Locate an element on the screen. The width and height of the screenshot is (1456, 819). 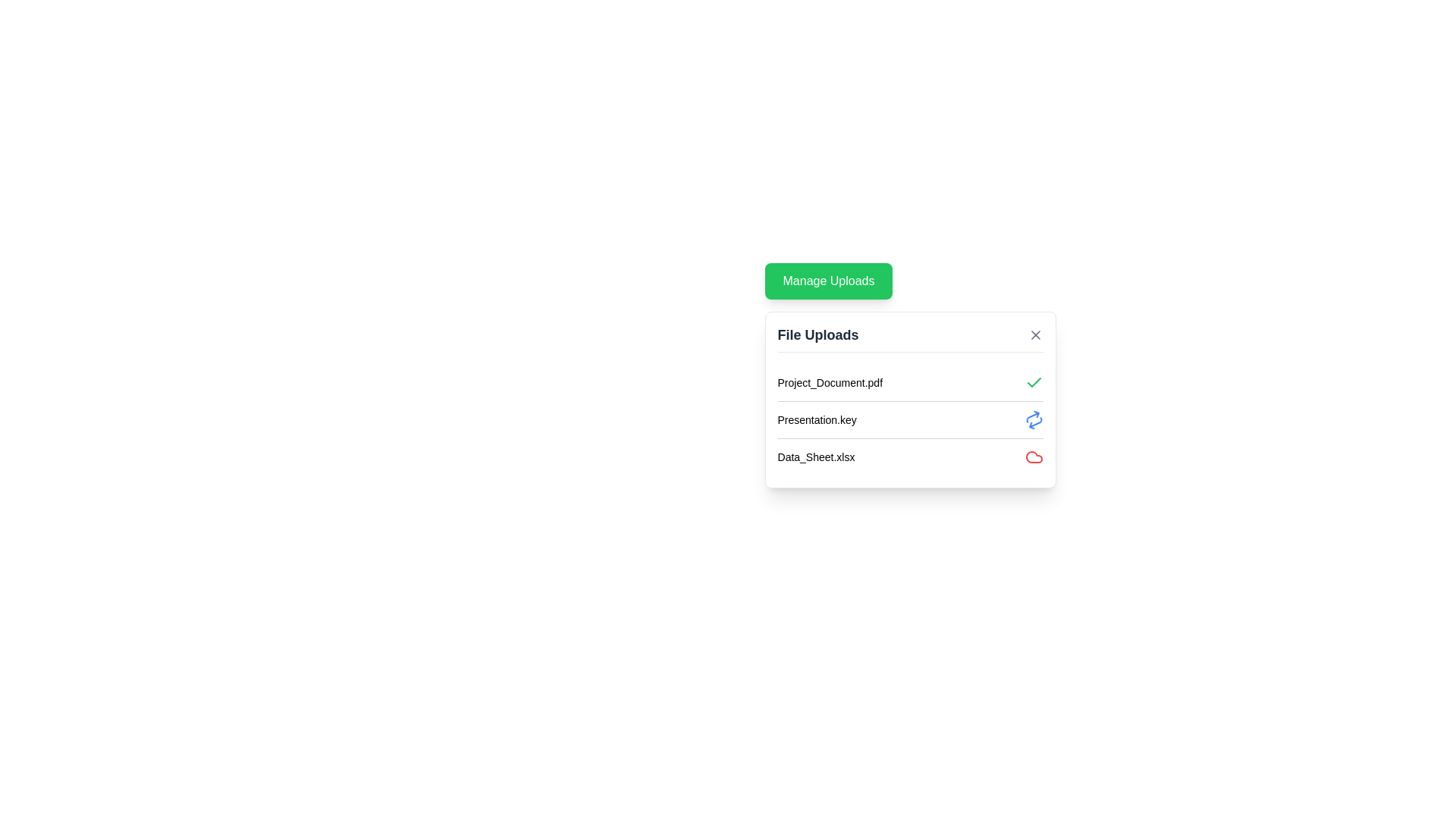
the text label displaying 'Presentation.key' in the second row of the 'File Uploads' list is located at coordinates (816, 420).